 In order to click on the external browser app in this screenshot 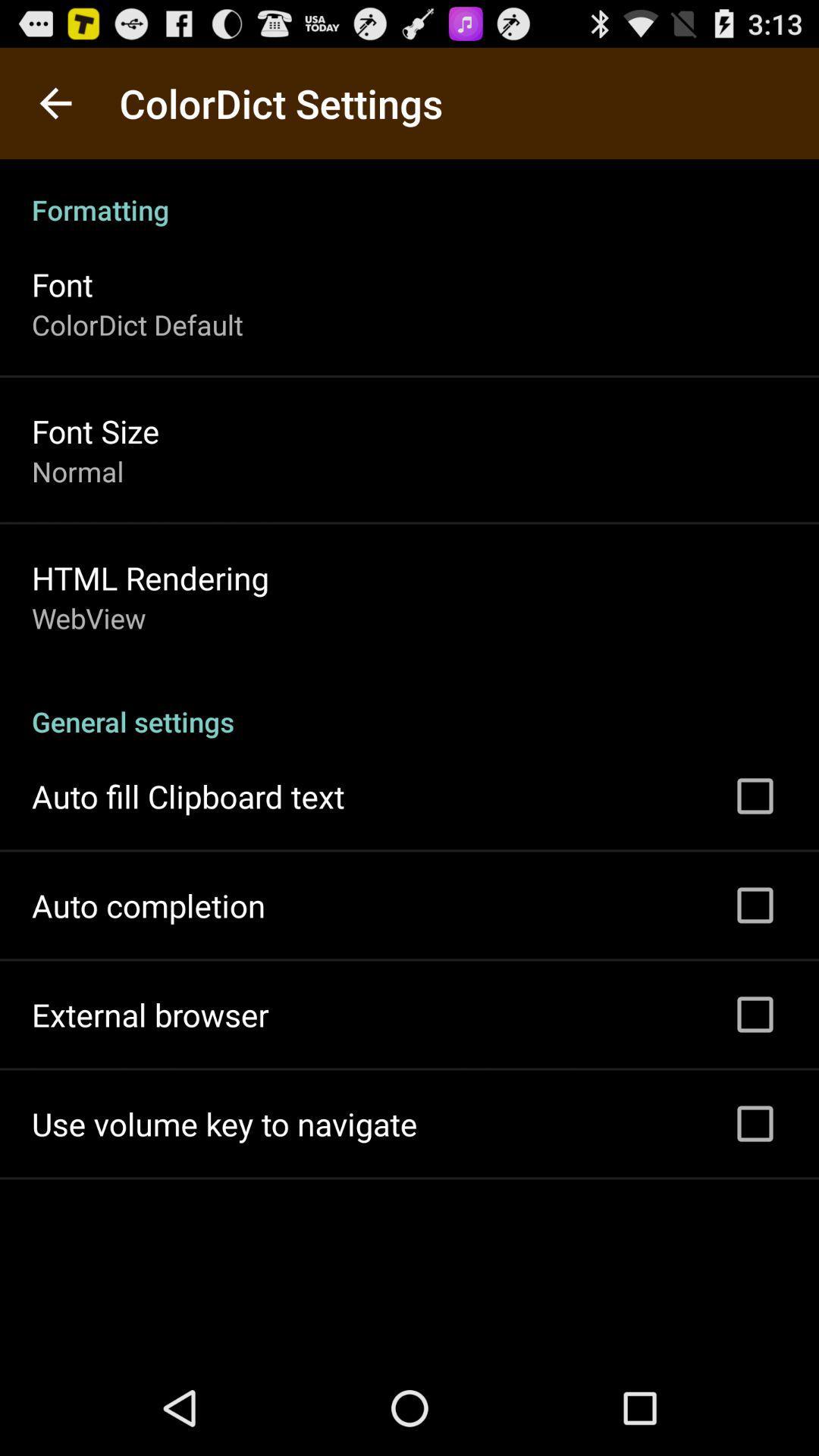, I will do `click(150, 1015)`.